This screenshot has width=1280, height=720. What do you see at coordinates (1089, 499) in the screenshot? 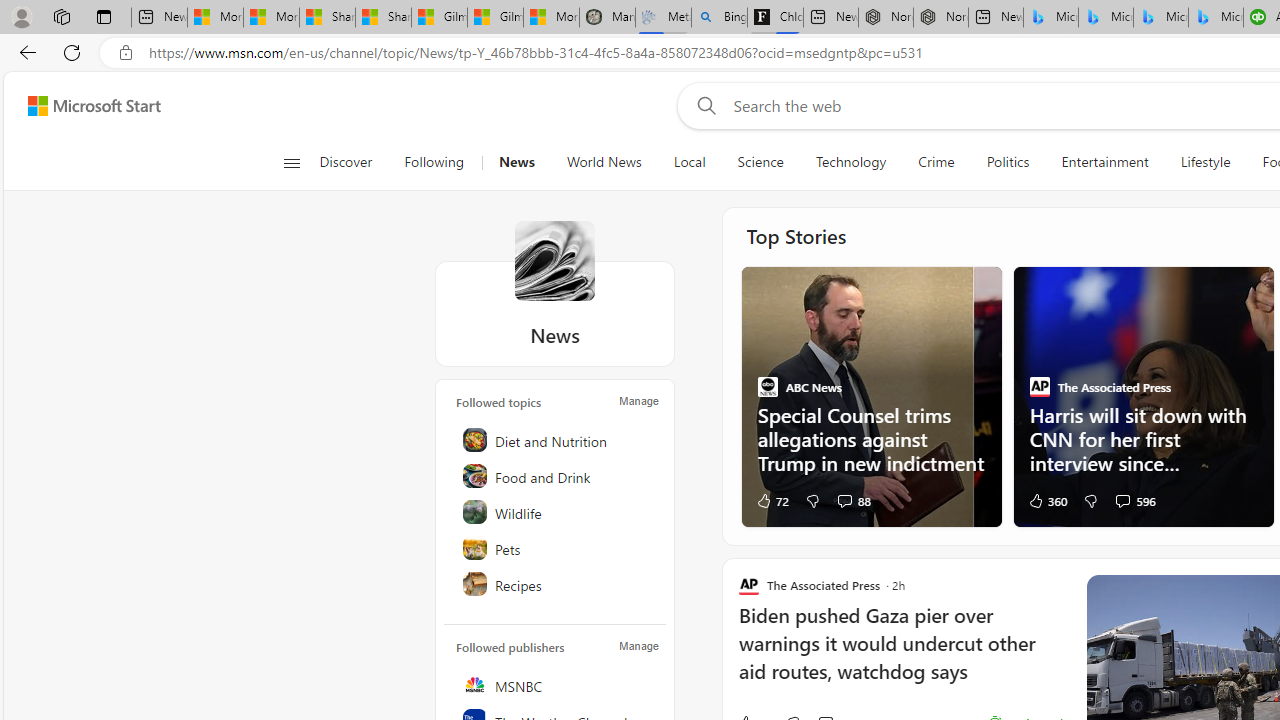
I see `'Dislike'` at bounding box center [1089, 499].